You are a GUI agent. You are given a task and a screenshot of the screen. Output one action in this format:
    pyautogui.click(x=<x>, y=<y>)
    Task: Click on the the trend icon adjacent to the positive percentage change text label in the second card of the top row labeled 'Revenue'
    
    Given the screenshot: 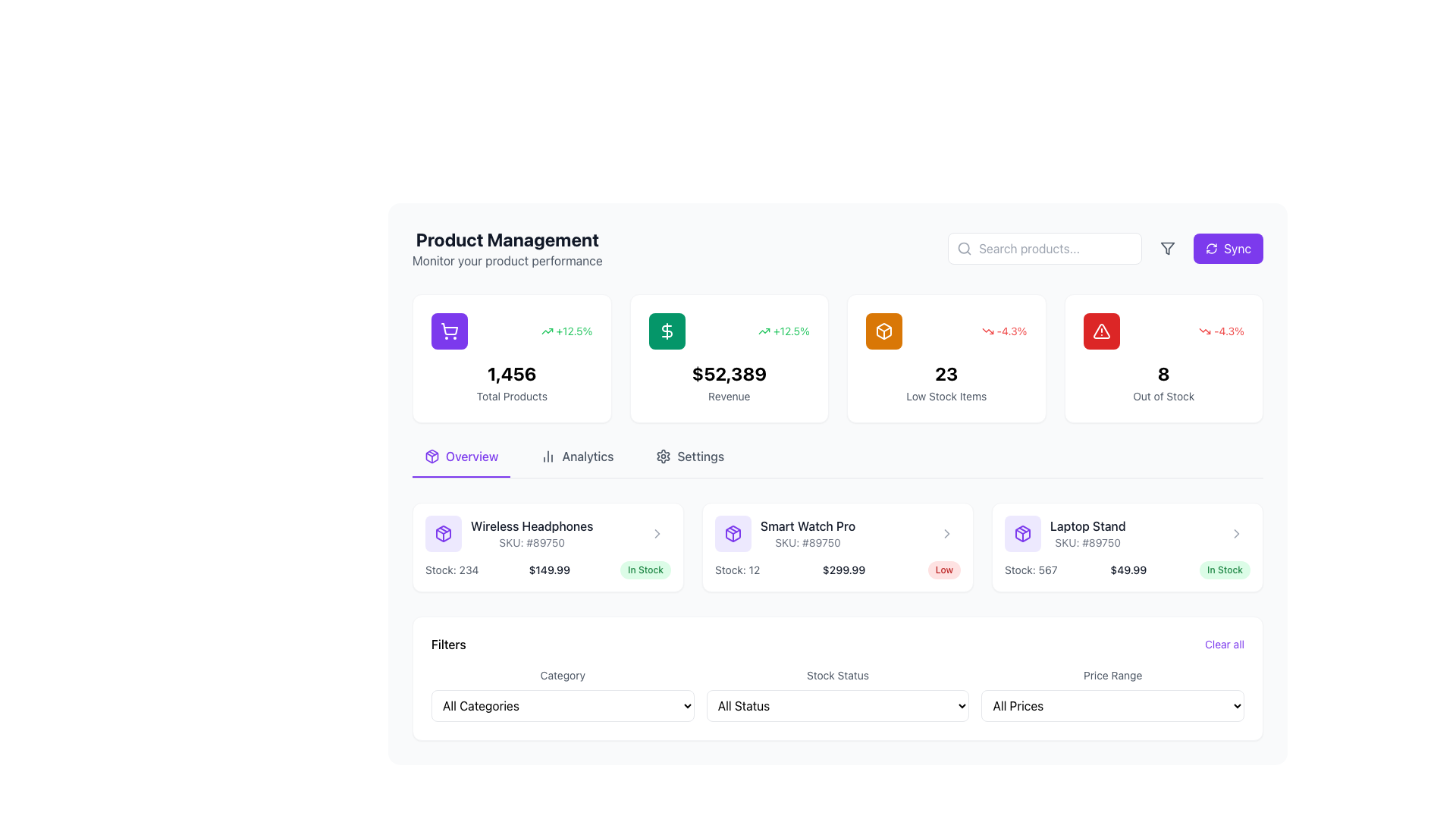 What is the action you would take?
    pyautogui.click(x=783, y=330)
    